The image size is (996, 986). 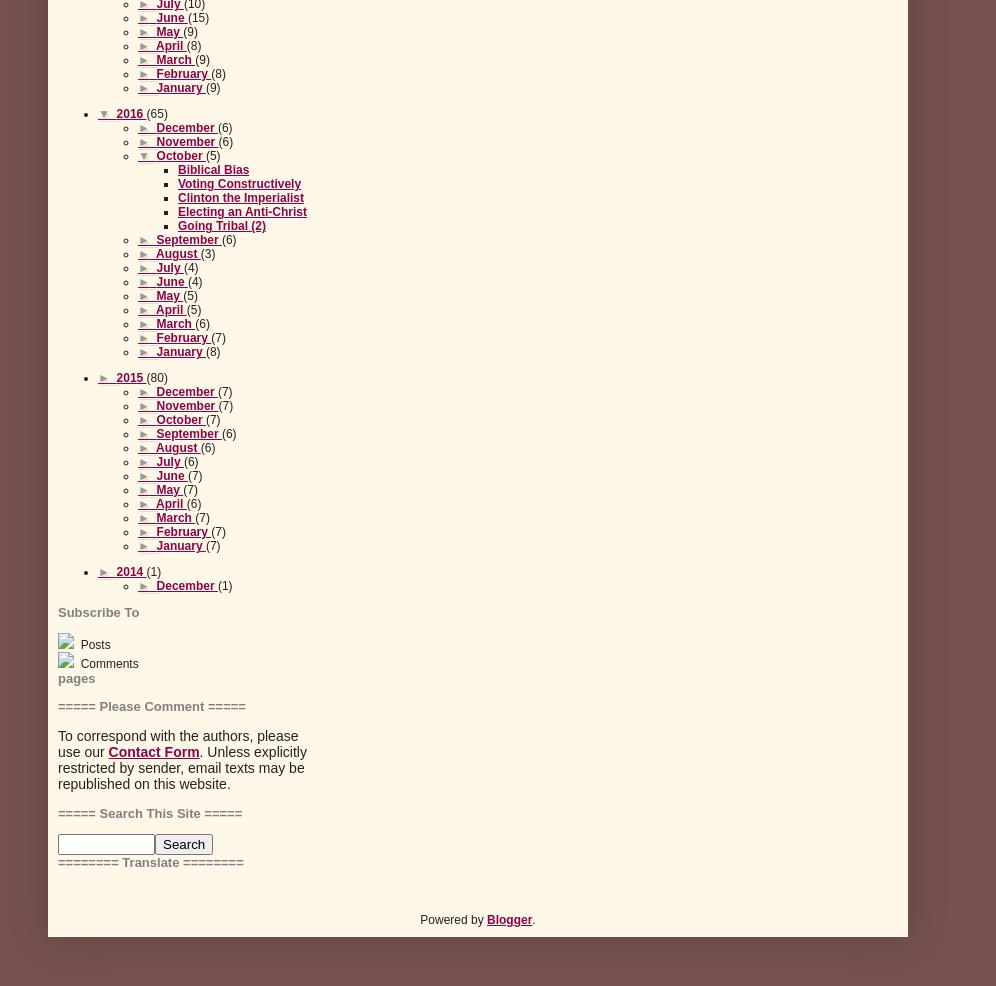 What do you see at coordinates (199, 253) in the screenshot?
I see `'(3)'` at bounding box center [199, 253].